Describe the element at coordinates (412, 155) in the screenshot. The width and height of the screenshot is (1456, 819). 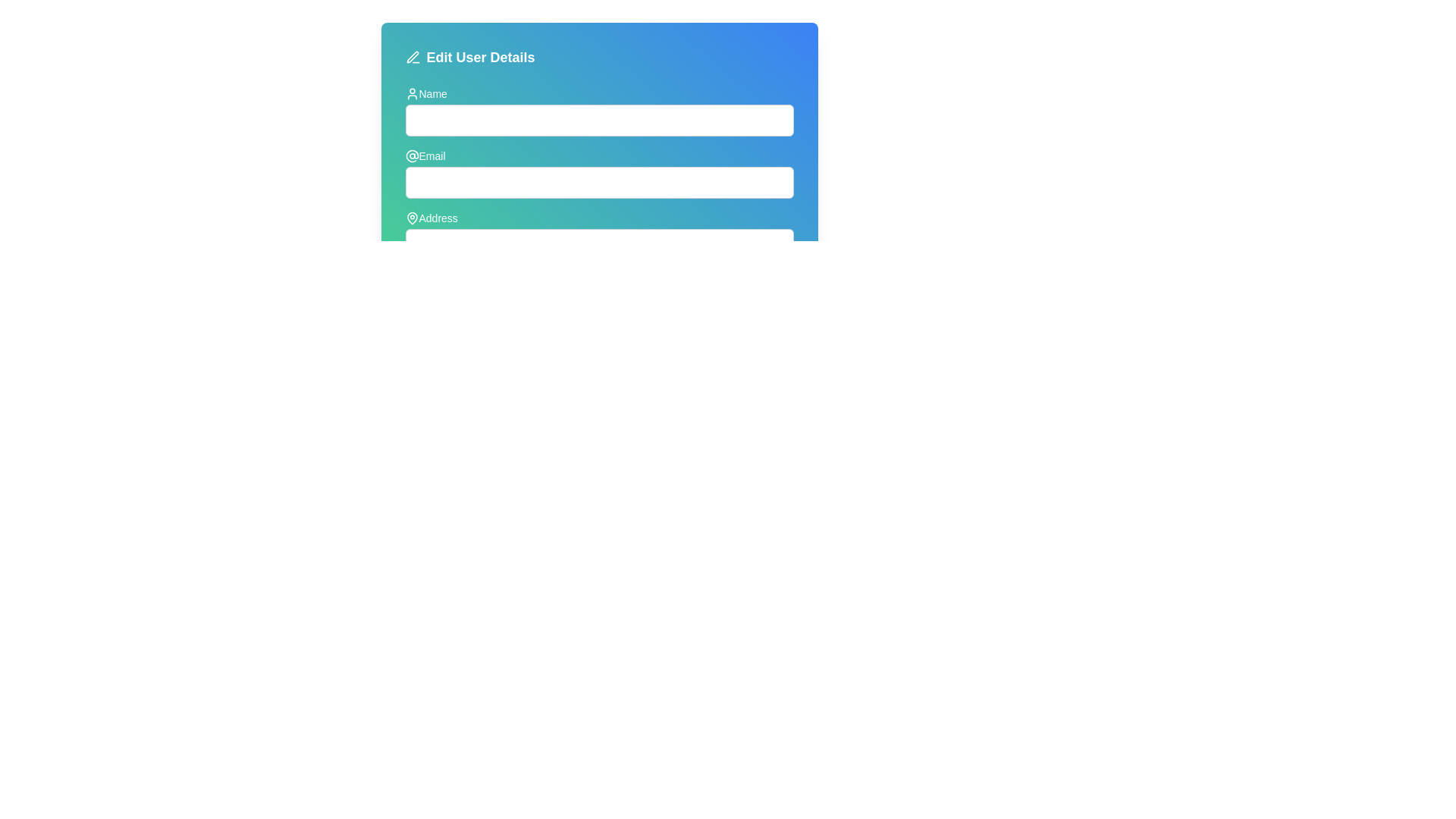
I see `the icon located to the immediate left of the 'Email' text, which serves as a visual cue for the email input field` at that location.